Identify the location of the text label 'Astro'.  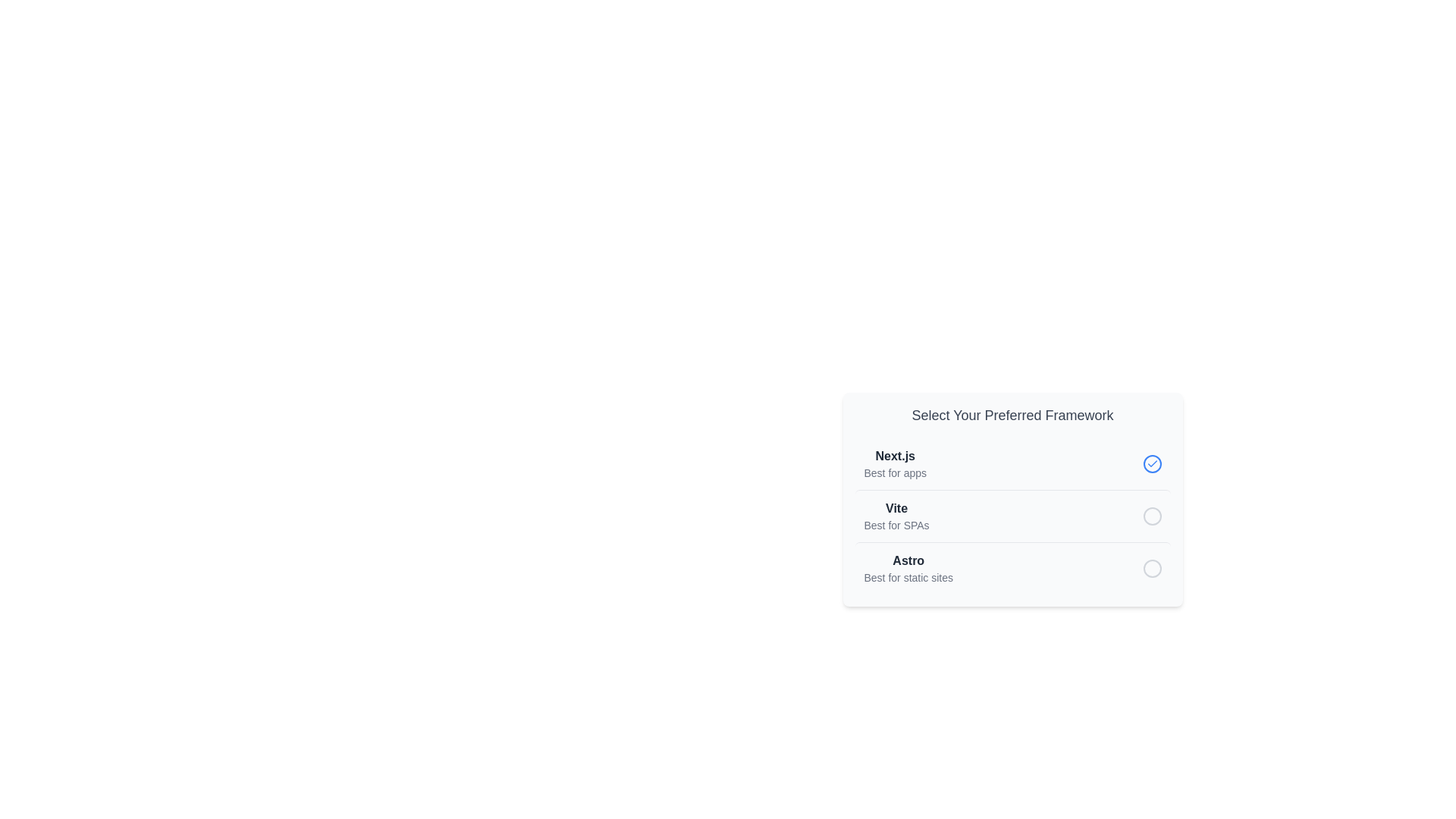
(908, 561).